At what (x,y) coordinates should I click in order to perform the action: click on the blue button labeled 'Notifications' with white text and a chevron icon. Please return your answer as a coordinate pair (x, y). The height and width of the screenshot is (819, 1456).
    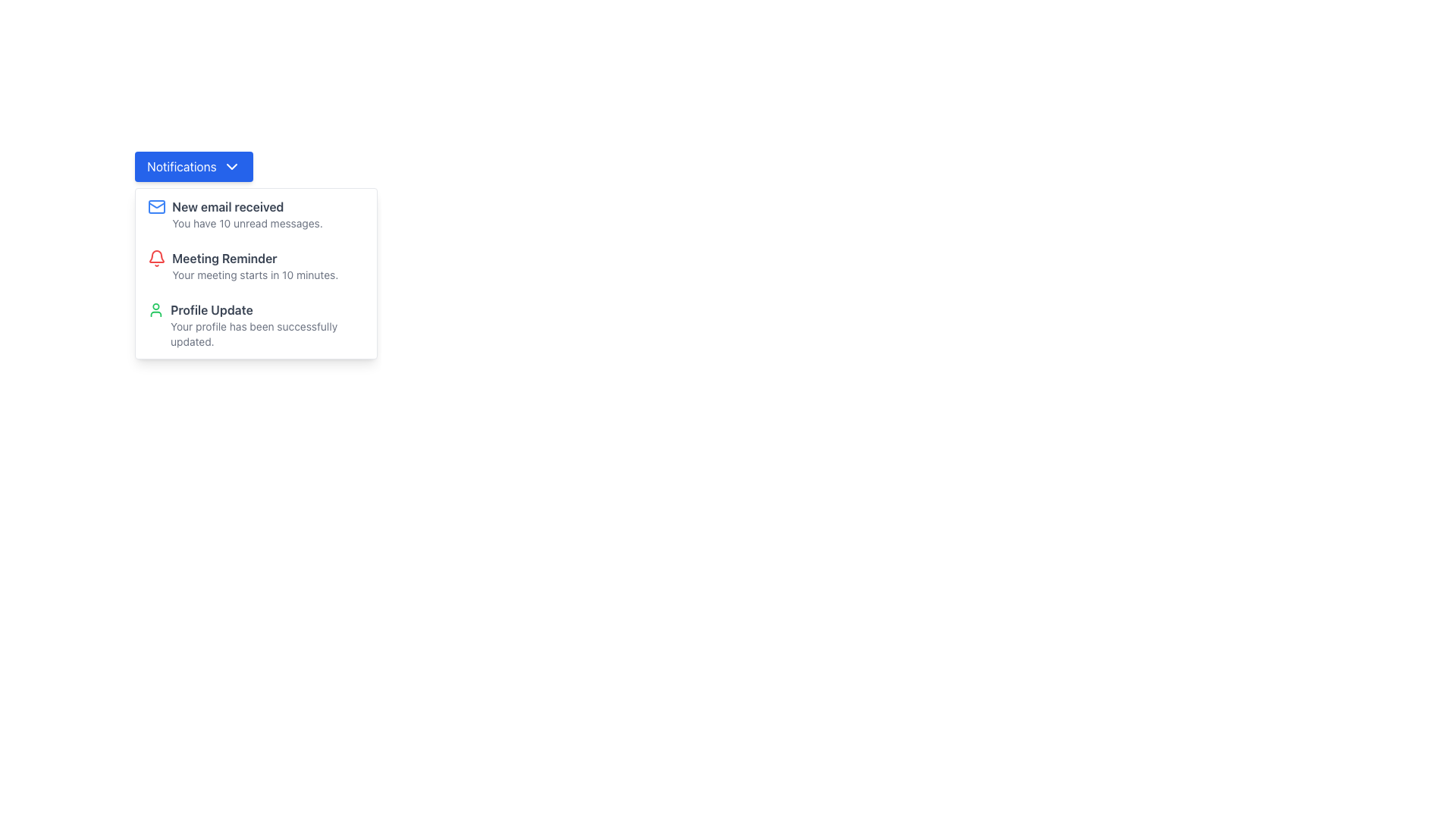
    Looking at the image, I should click on (193, 166).